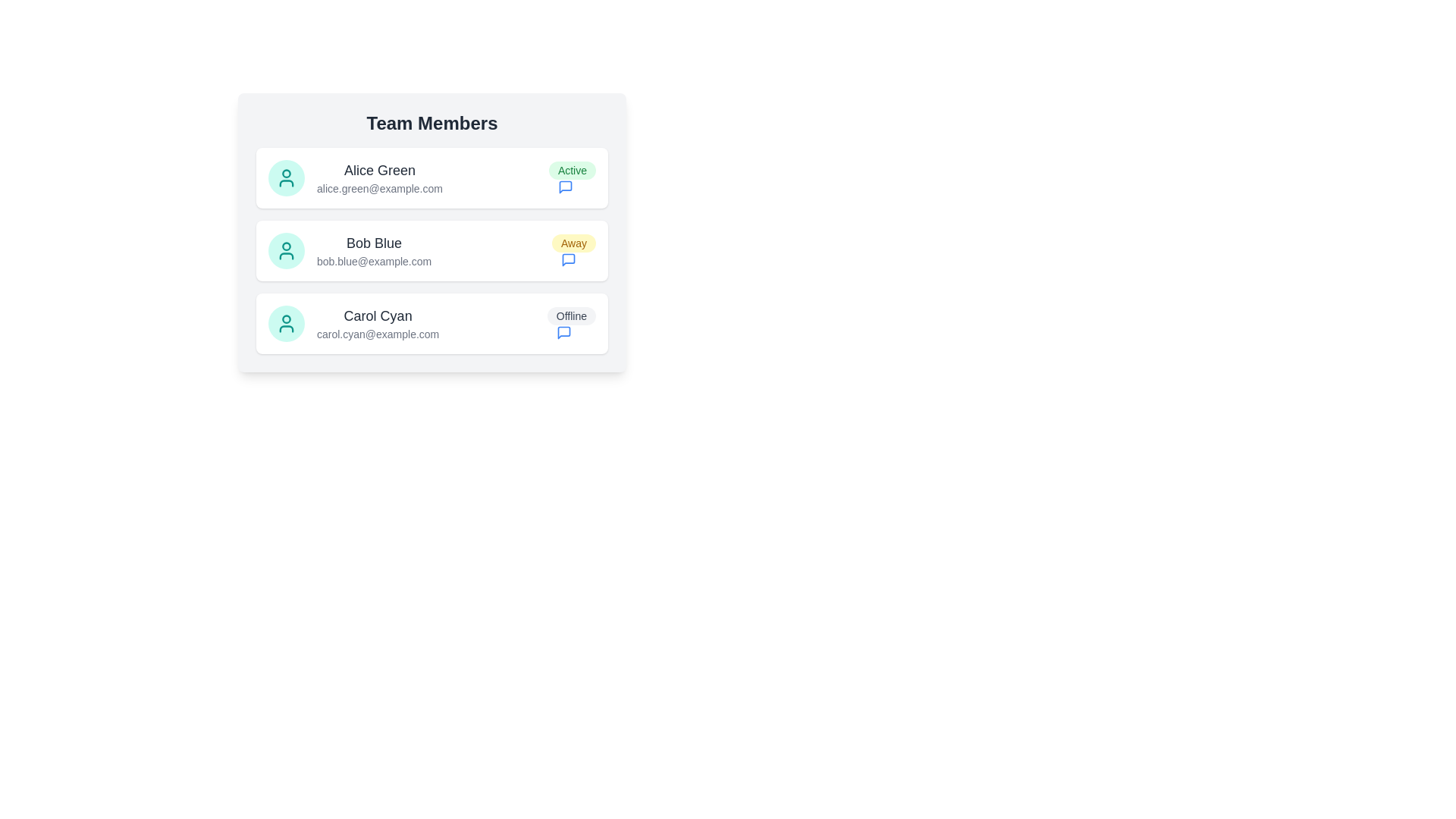  Describe the element at coordinates (570, 315) in the screenshot. I see `the status indicator label showing that 'Carol Cyan' is offline, located to the right of her name in the 'Team Members' list` at that location.